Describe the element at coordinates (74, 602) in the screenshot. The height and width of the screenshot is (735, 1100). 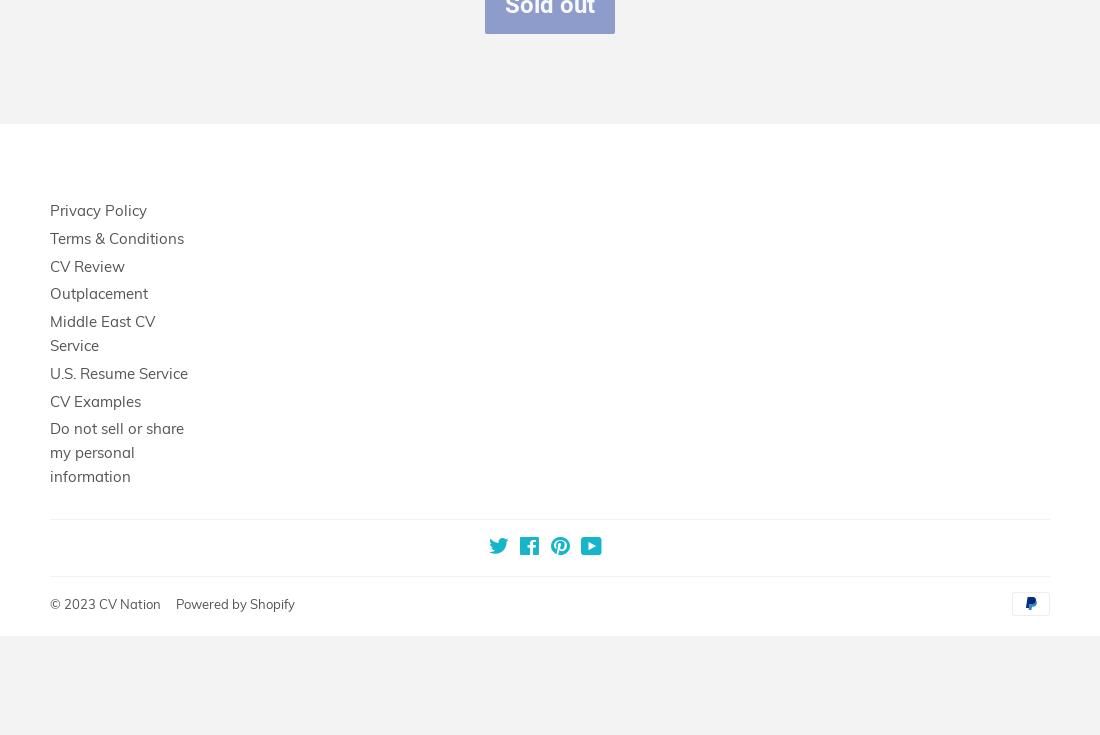
I see `'© 2023'` at that location.